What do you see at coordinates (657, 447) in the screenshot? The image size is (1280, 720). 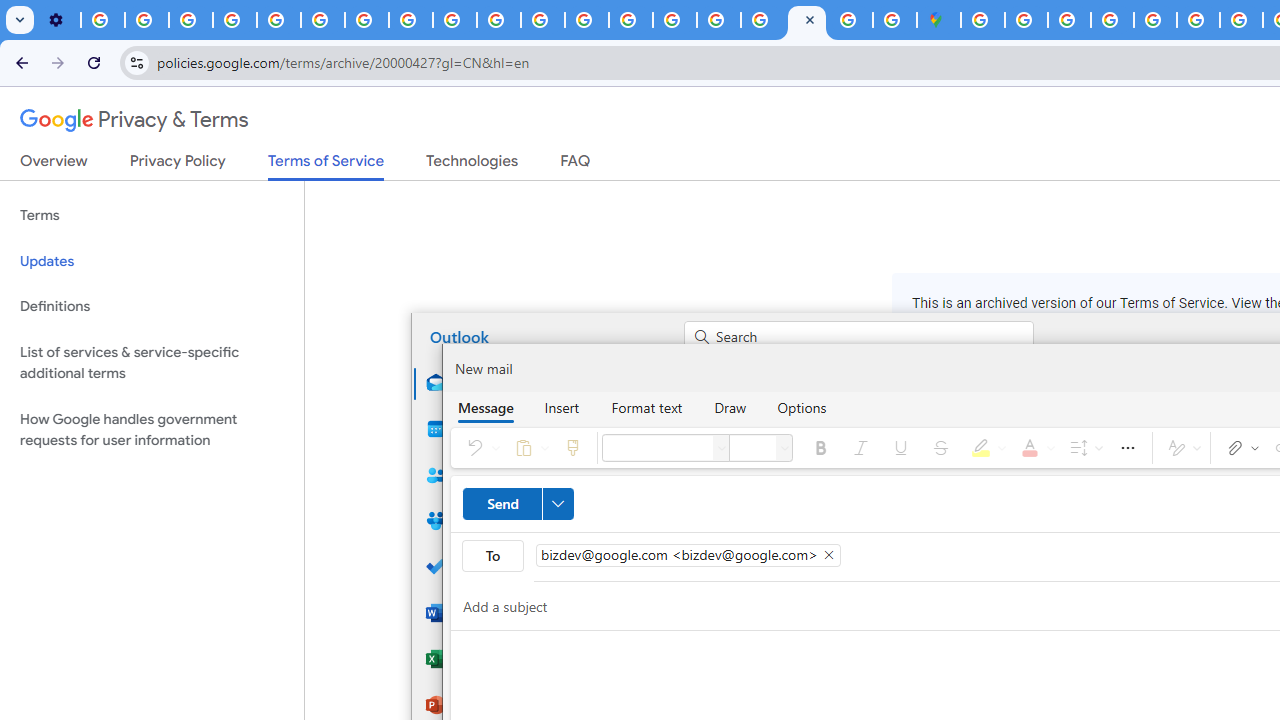 I see `'Font'` at bounding box center [657, 447].